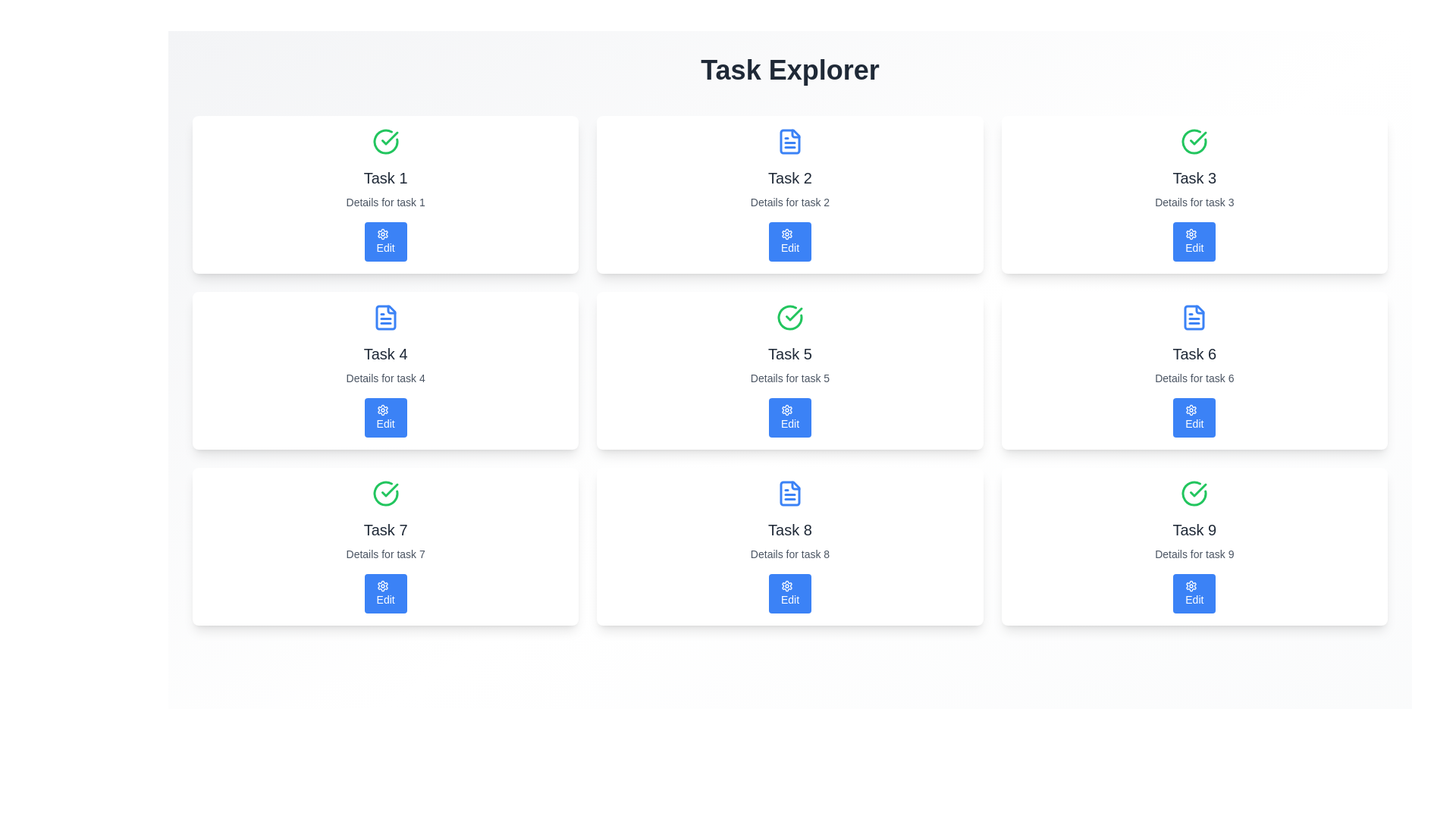 This screenshot has height=819, width=1456. What do you see at coordinates (385, 141) in the screenshot?
I see `the circular green icon with a checkmark indicating successful completion, located at the top left corner of the 'Task 1' card` at bounding box center [385, 141].